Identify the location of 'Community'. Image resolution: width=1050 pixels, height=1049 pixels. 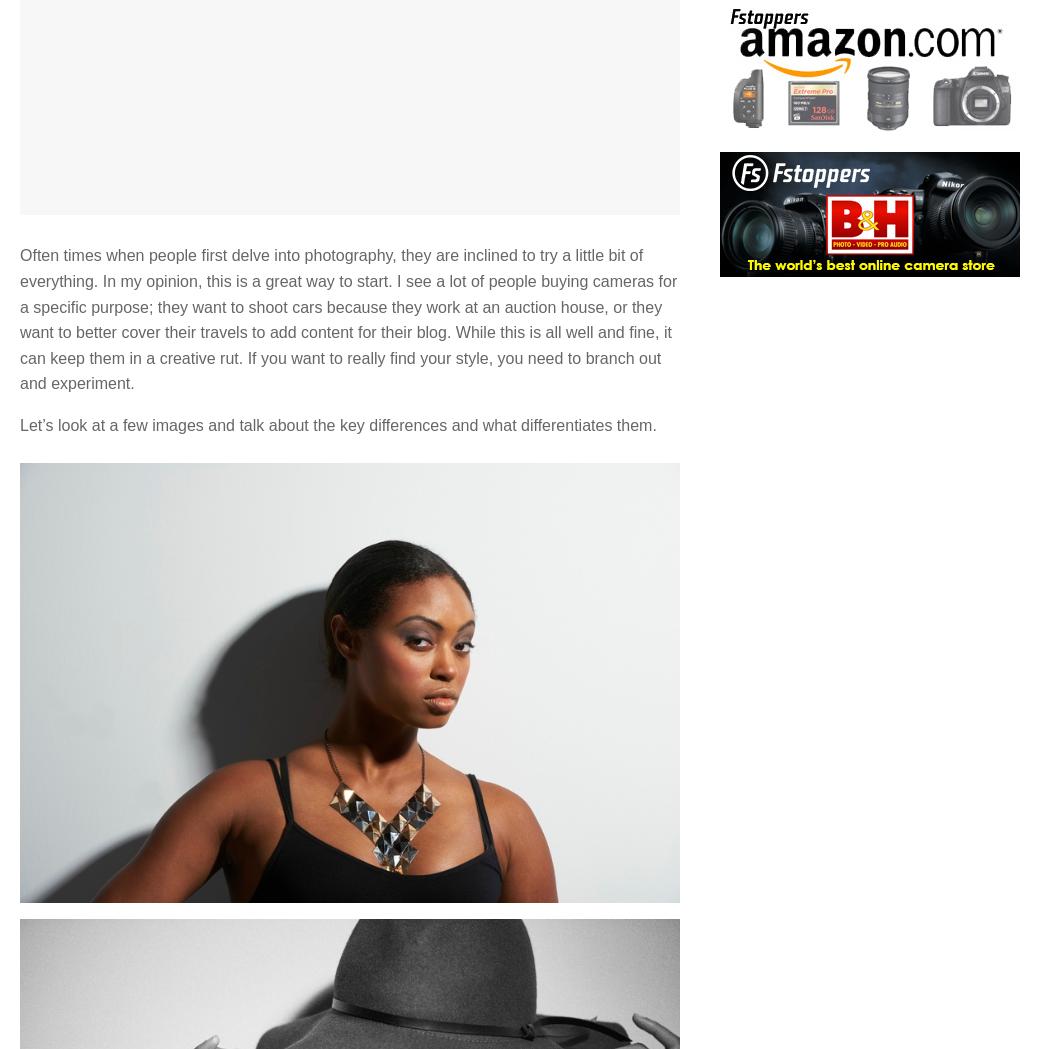
(396, 633).